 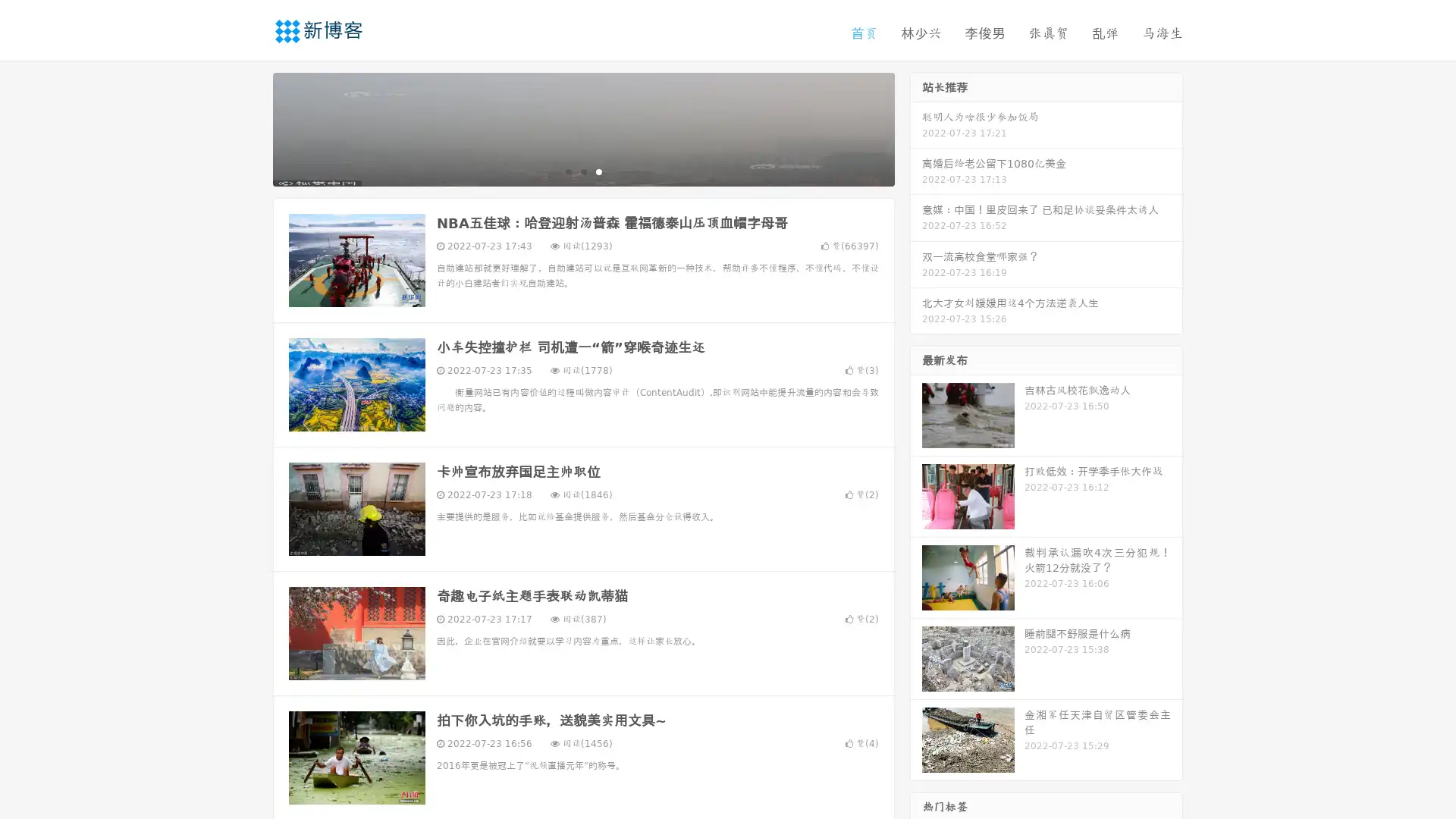 What do you see at coordinates (582, 171) in the screenshot?
I see `Go to slide 2` at bounding box center [582, 171].